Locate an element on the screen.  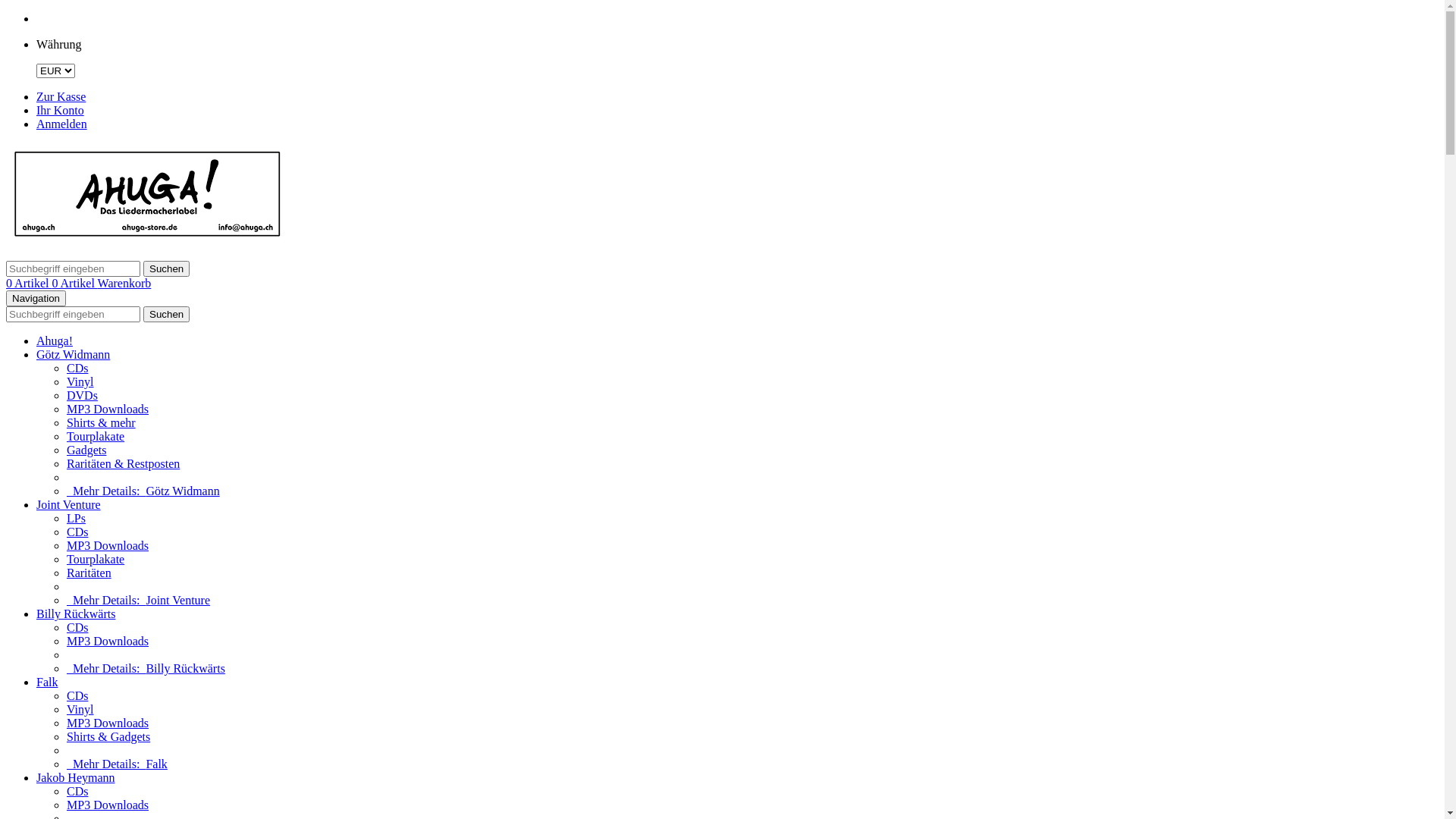
'Zur Kasse' is located at coordinates (61, 96).